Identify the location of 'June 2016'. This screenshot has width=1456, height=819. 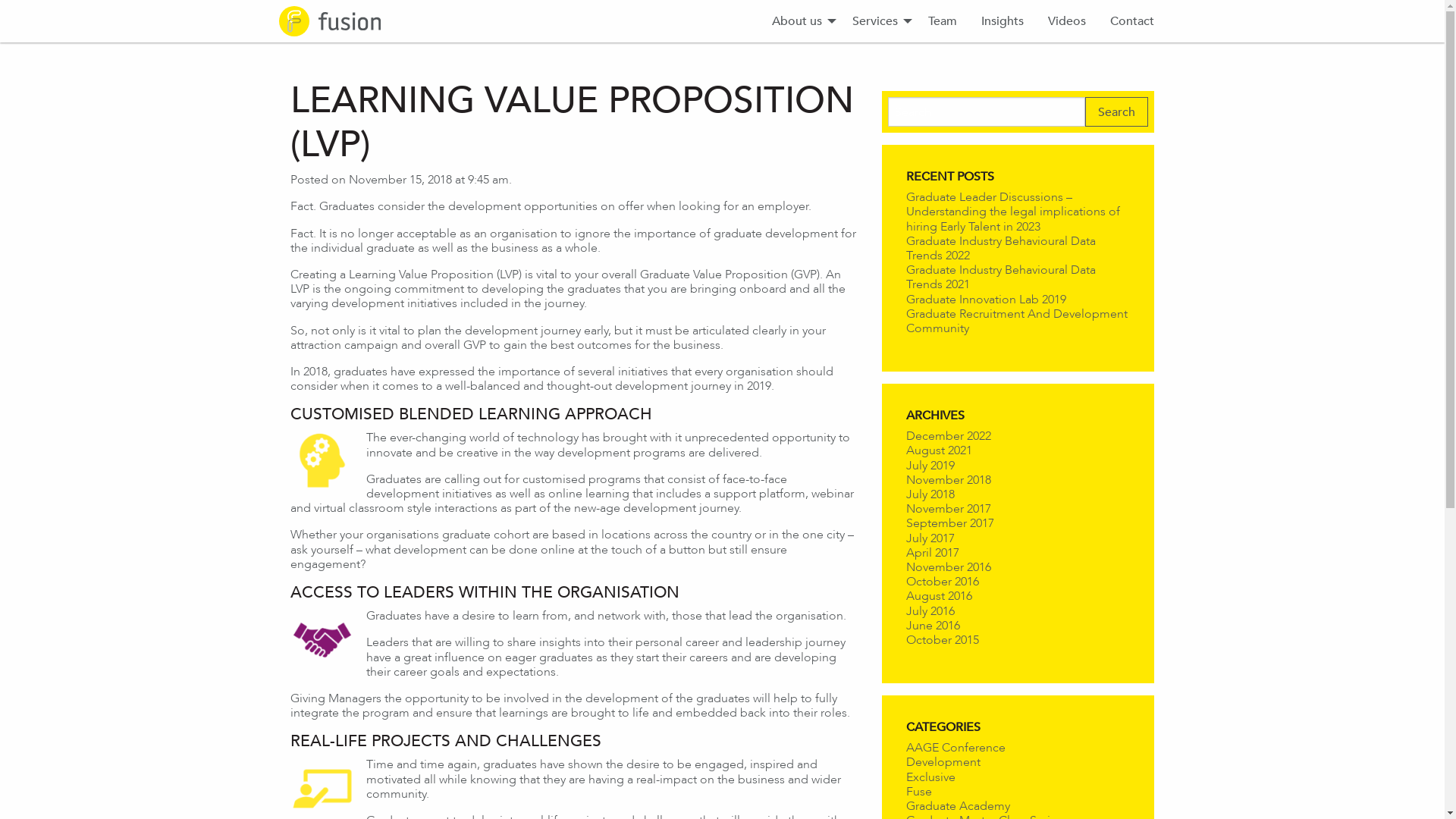
(931, 625).